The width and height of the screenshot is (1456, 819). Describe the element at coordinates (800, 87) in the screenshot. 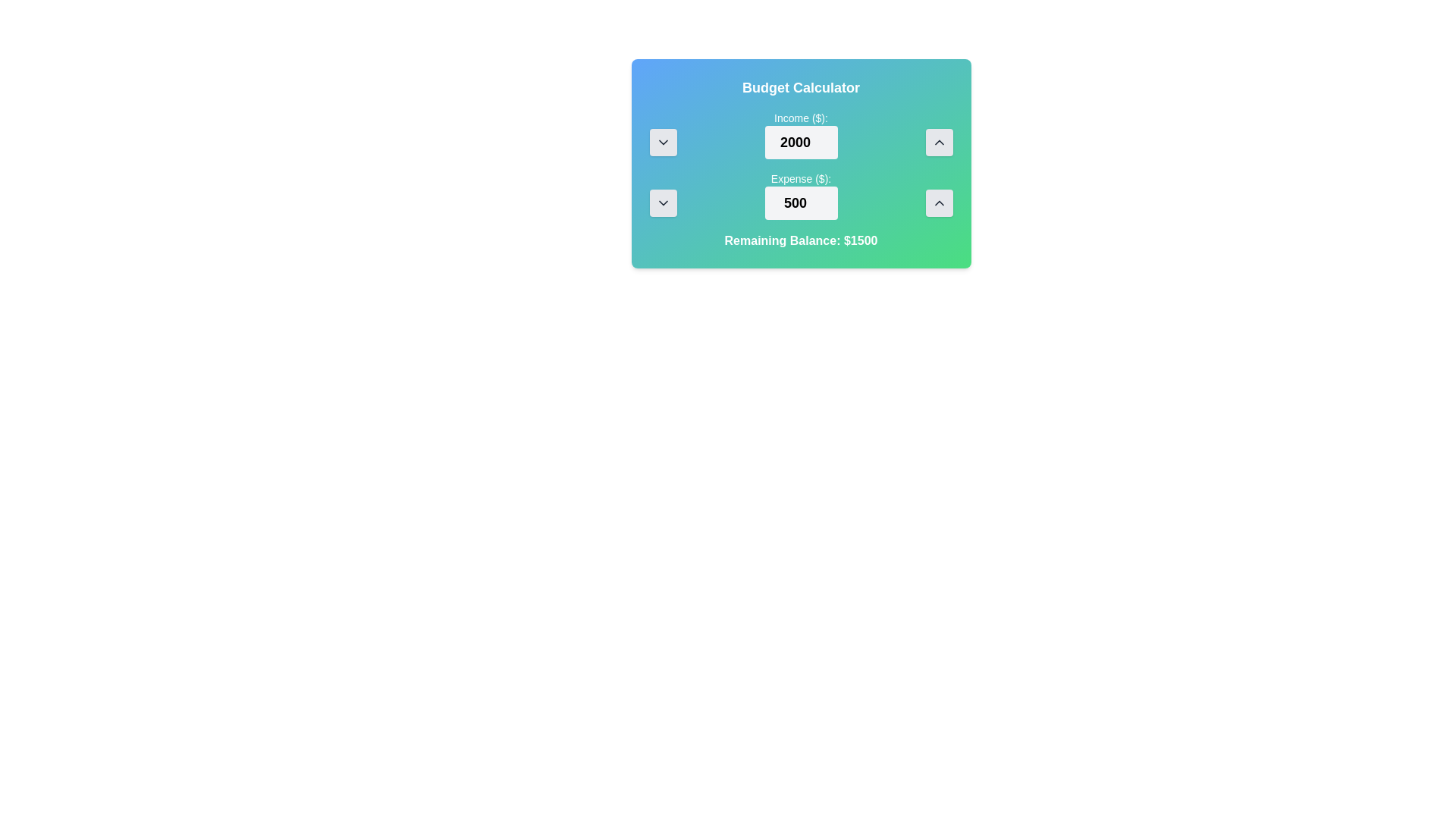

I see `the 'Budget Calculator' text label, which is displayed in large, bold, white letters at the top of a rectangular card component` at that location.